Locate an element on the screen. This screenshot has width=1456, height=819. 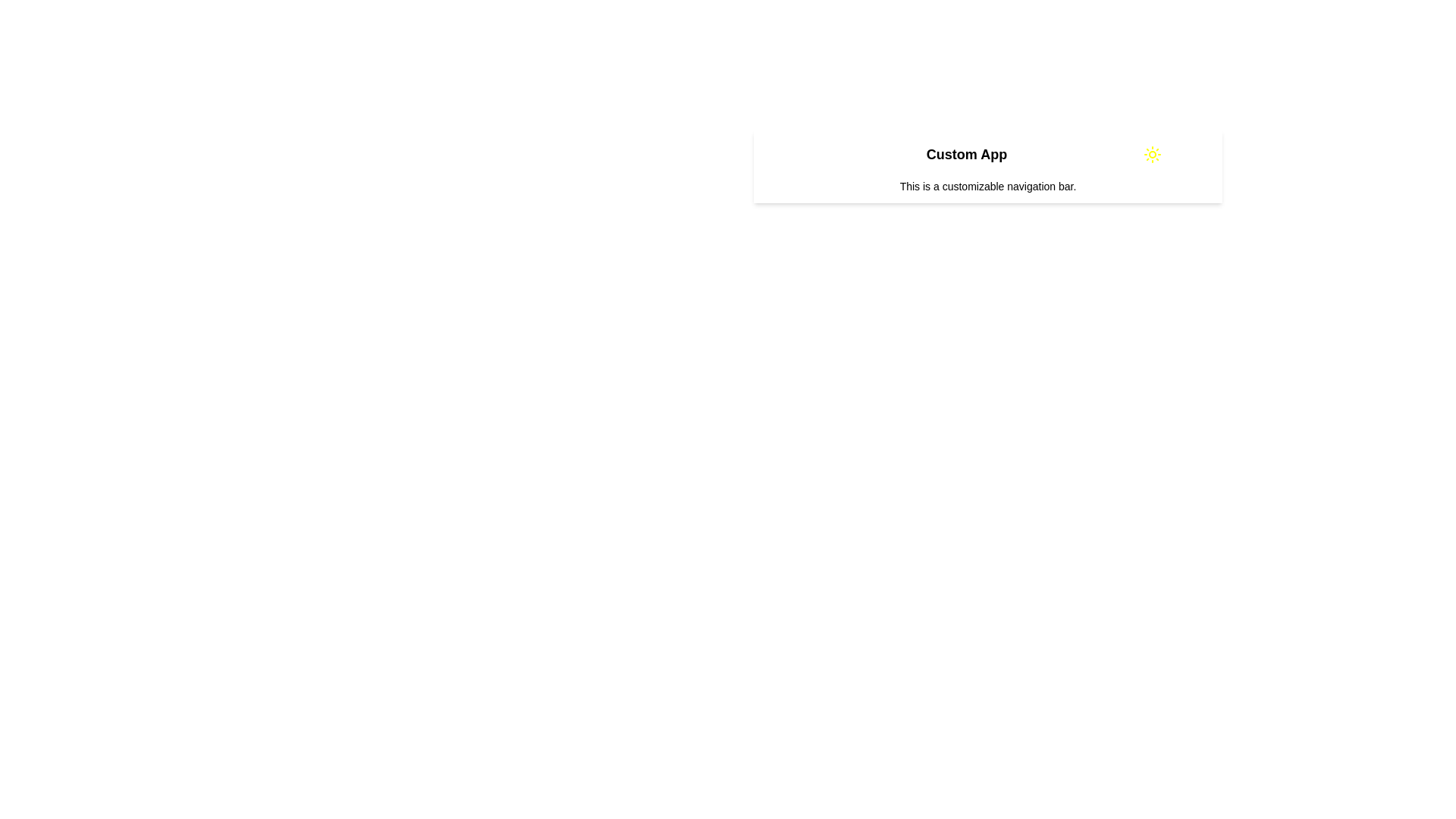
the app title to focus on it is located at coordinates (966, 155).